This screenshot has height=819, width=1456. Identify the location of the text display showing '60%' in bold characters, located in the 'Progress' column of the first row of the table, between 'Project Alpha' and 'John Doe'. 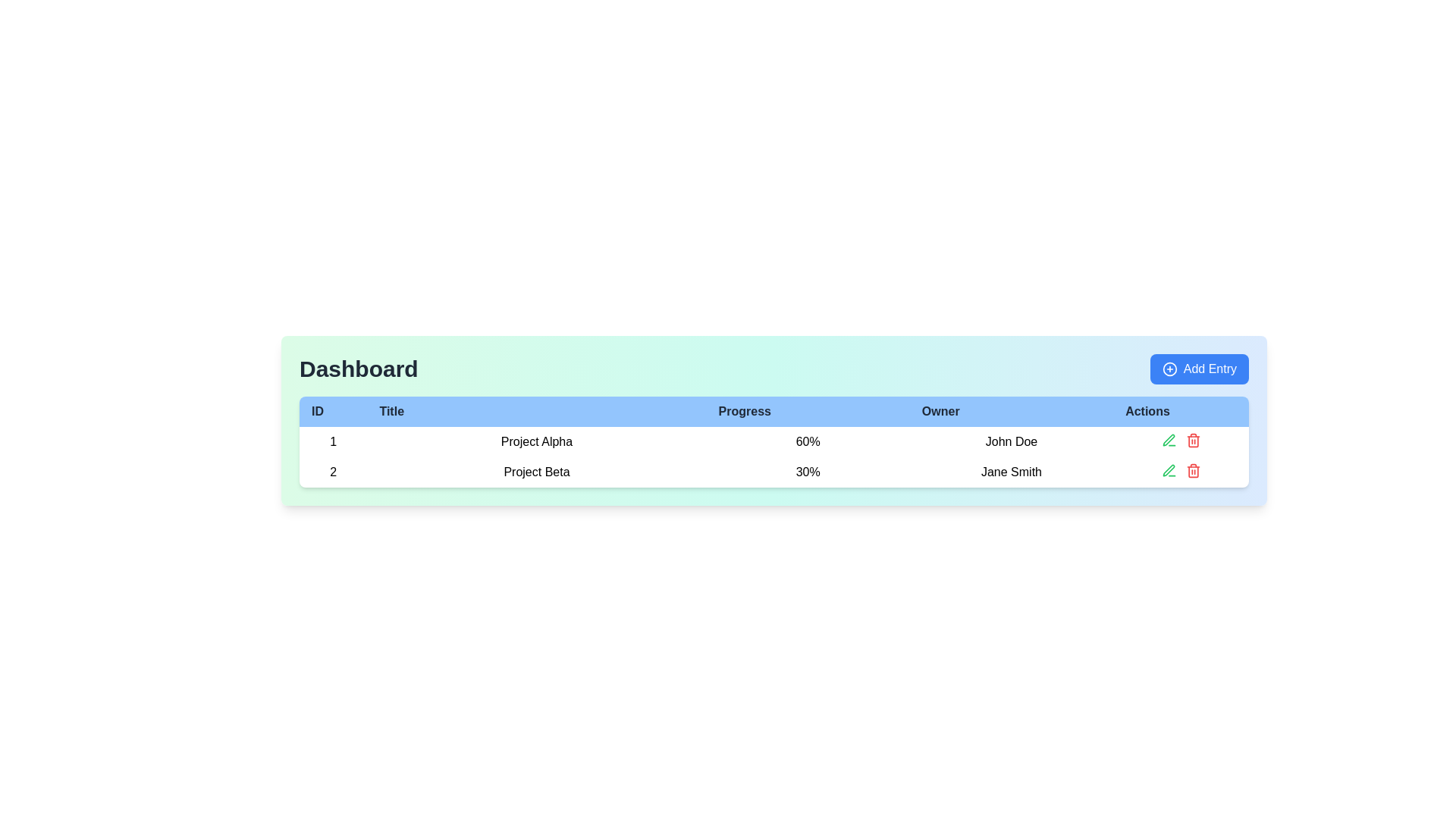
(807, 441).